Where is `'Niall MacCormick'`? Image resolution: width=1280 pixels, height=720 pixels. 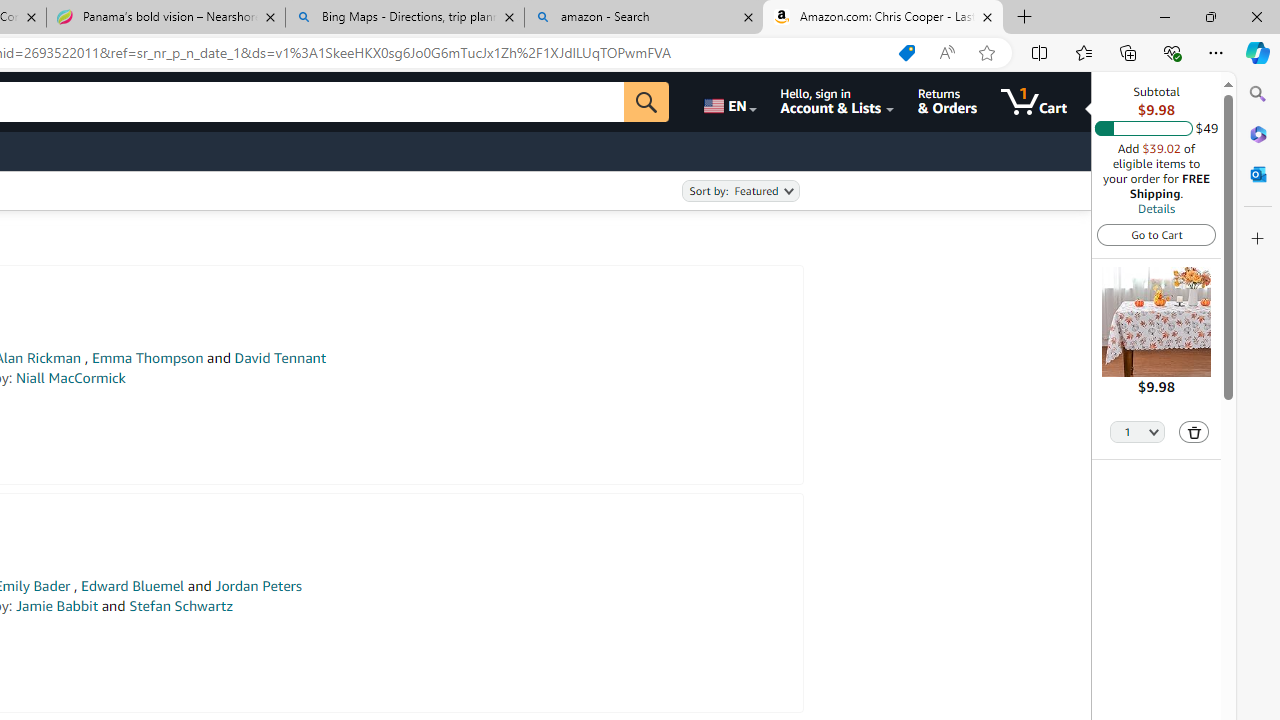 'Niall MacCormick' is located at coordinates (70, 378).